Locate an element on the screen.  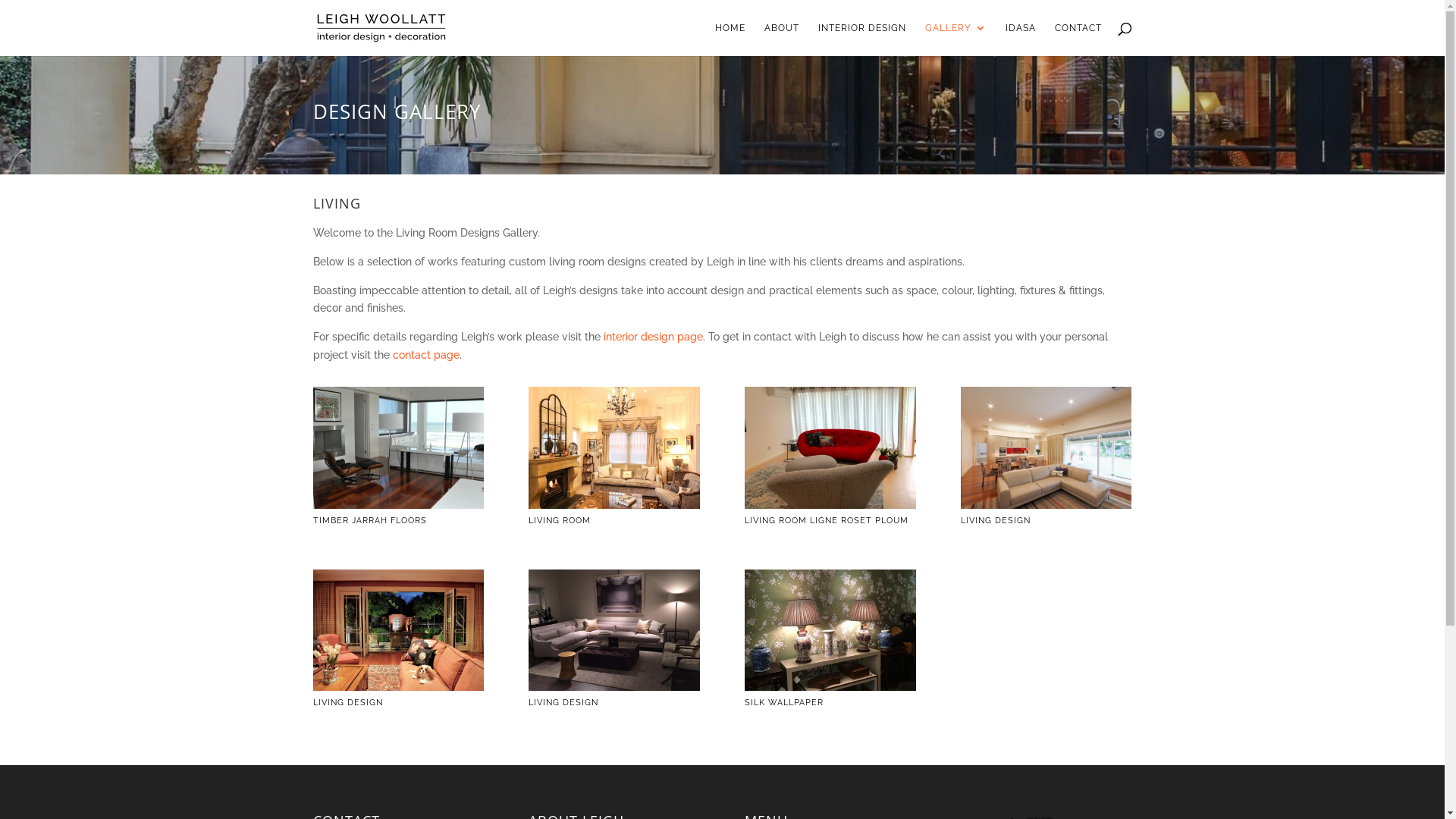
'interior design page' is located at coordinates (653, 335).